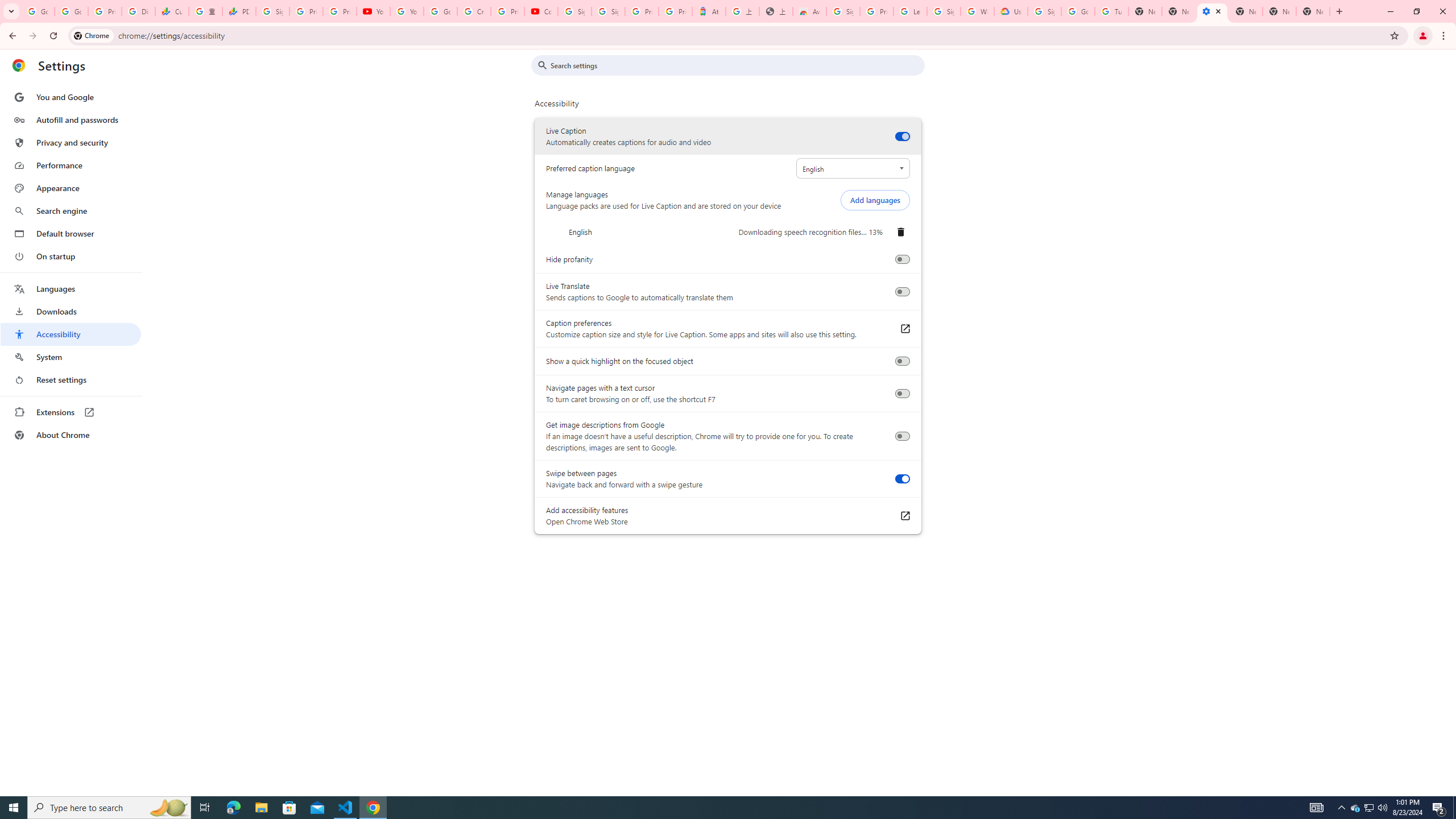 Image resolution: width=1456 pixels, height=819 pixels. Describe the element at coordinates (874, 200) in the screenshot. I see `'Add languages'` at that location.